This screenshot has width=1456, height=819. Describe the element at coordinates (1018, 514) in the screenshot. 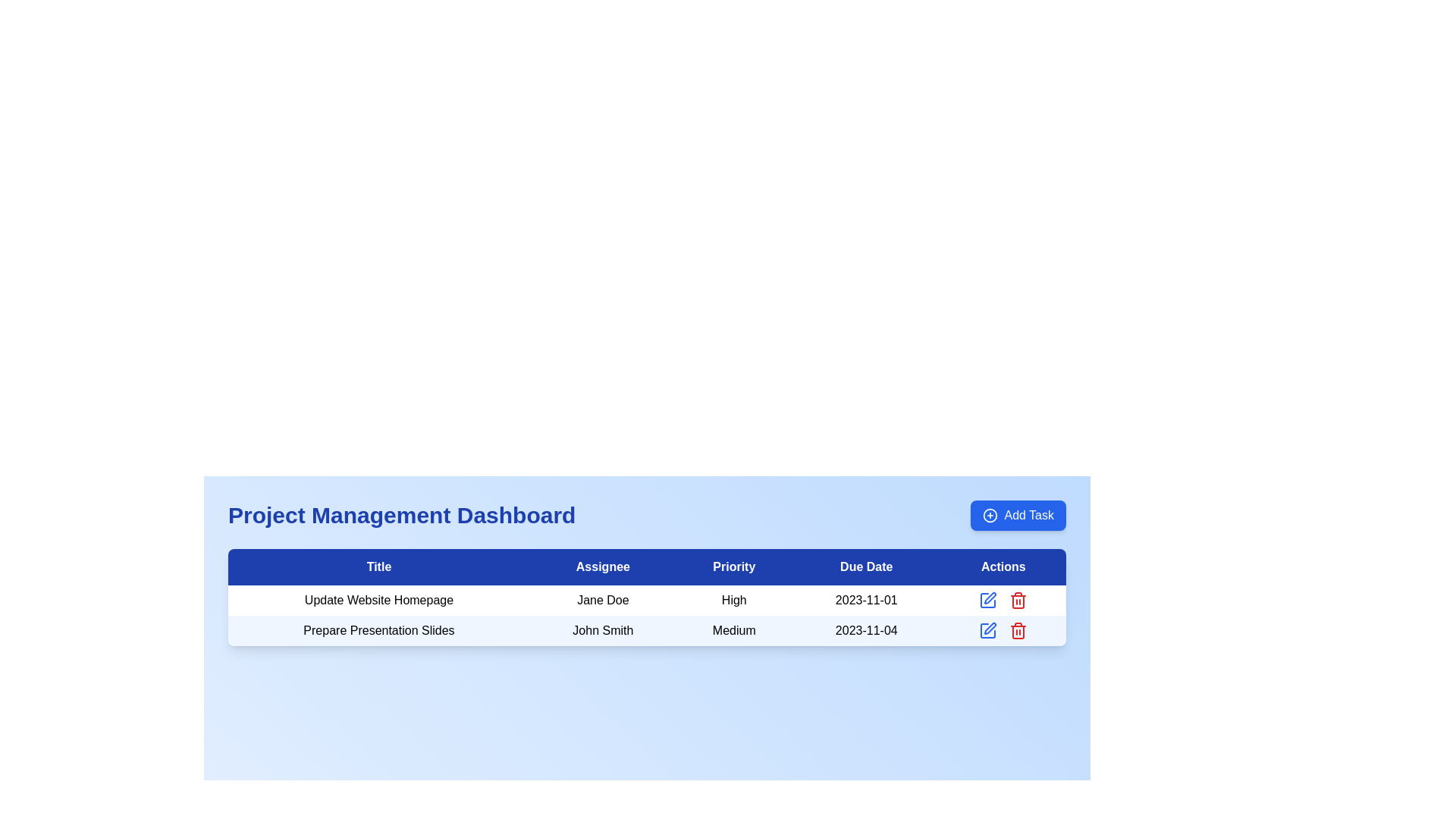

I see `the 'Add Task' button located at the top-right corner of the Project Management Dashboard` at that location.